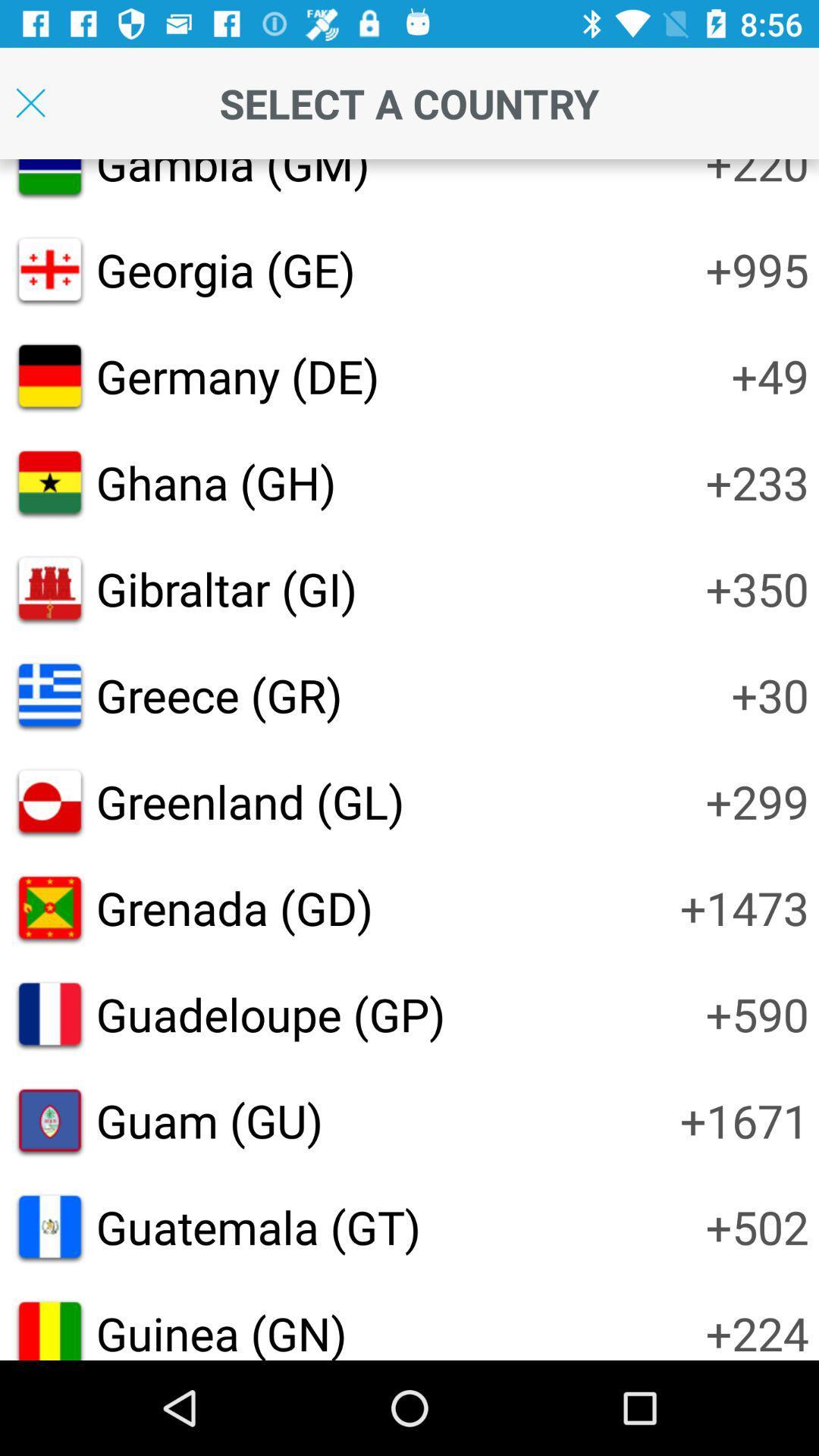 Image resolution: width=819 pixels, height=1456 pixels. I want to click on the +49 icon, so click(770, 375).